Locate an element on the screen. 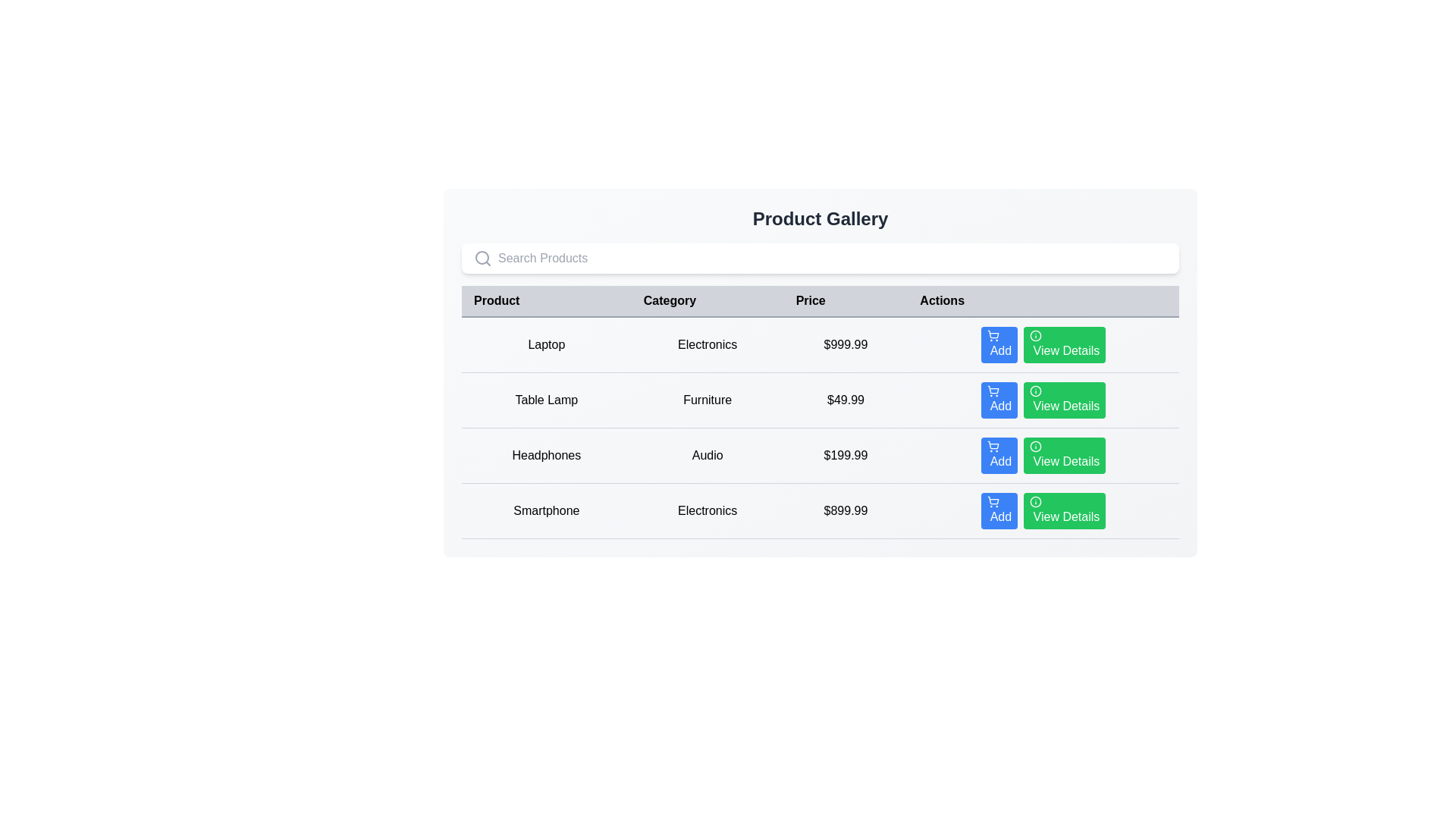 The image size is (1456, 819). the button located at the bottom-right corner of the last row in the table under the 'Actions' column is located at coordinates (1064, 511).